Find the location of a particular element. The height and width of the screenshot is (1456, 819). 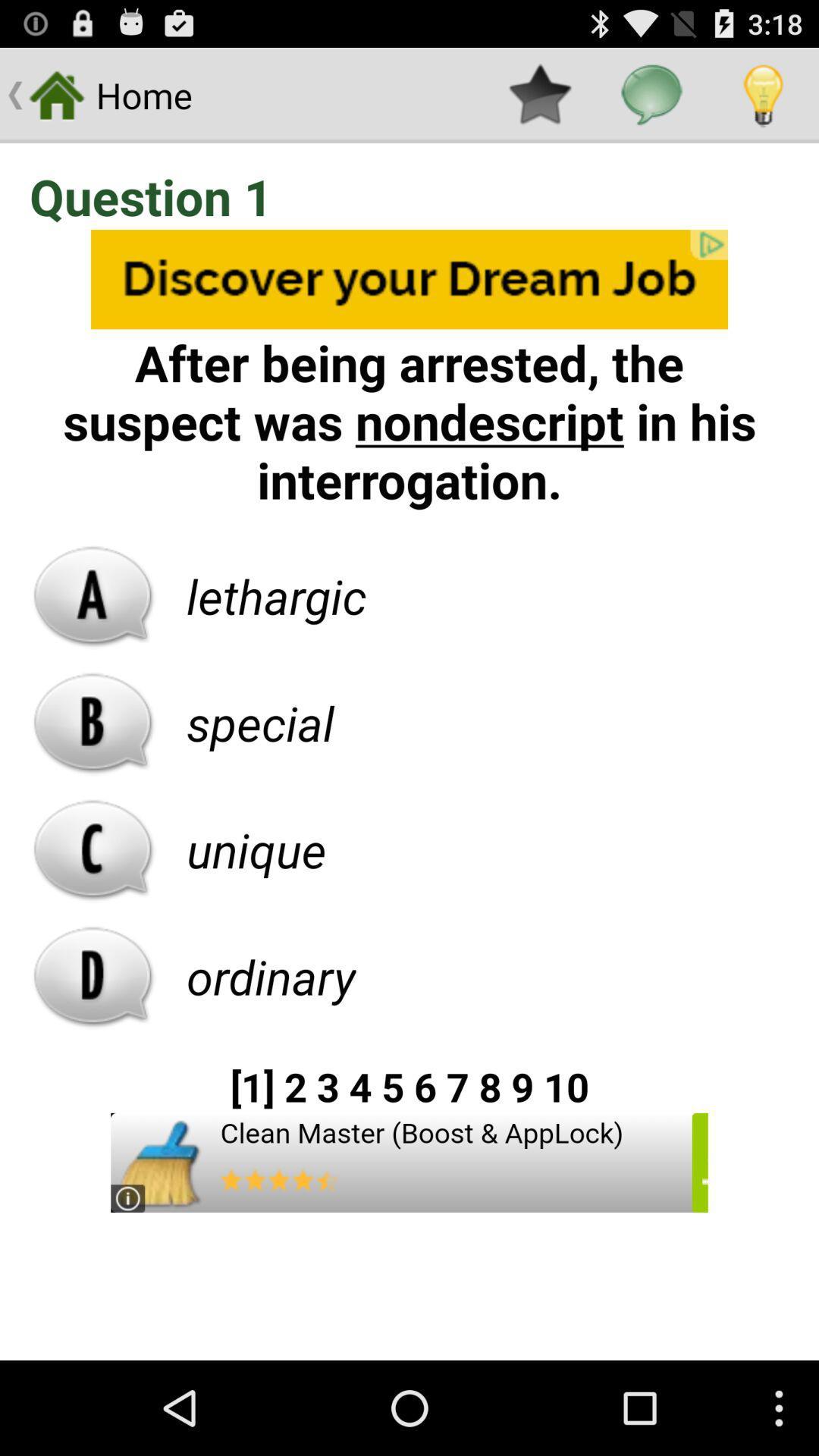

the call icon is located at coordinates (93, 909).